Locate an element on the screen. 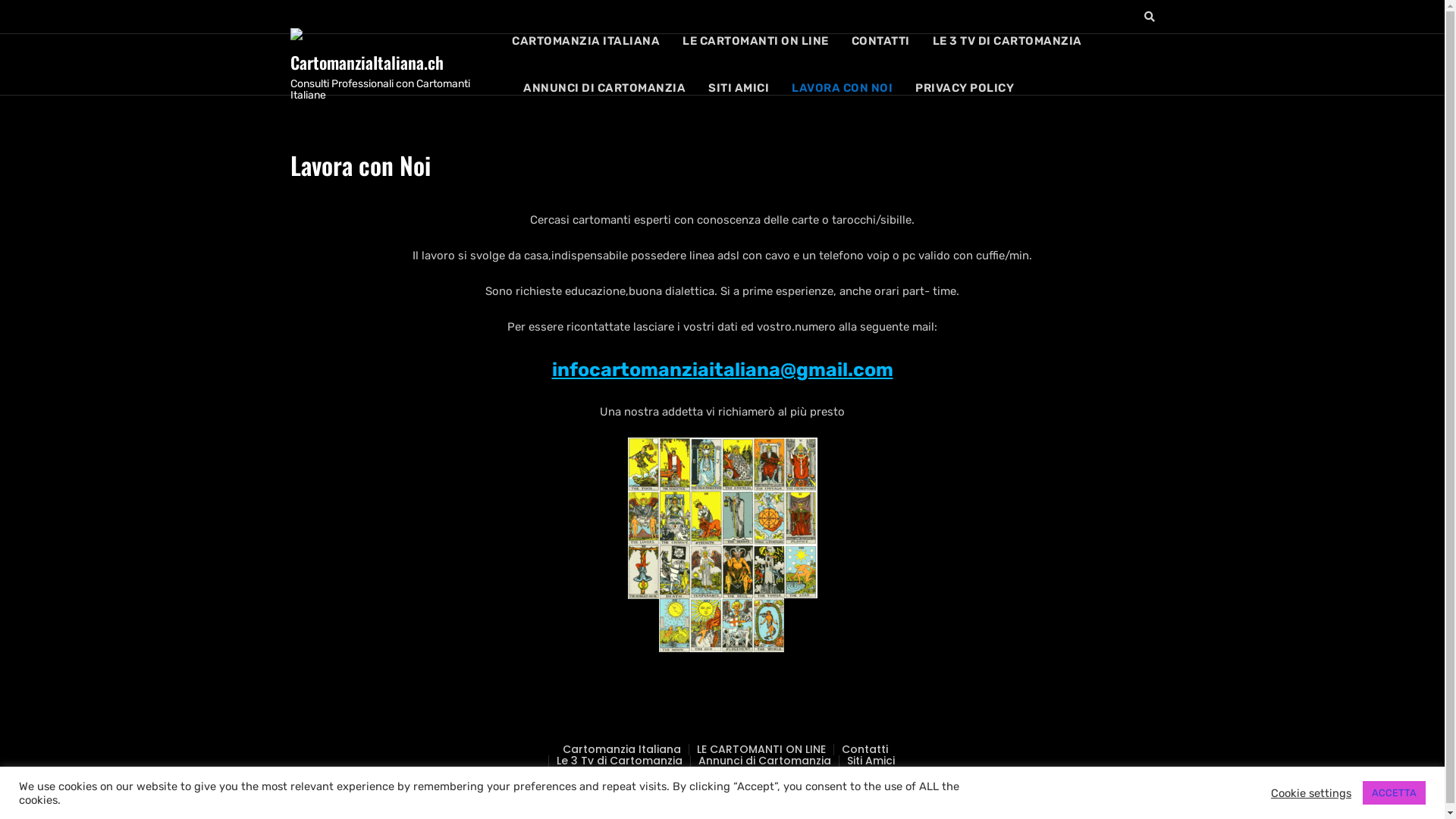 The image size is (1456, 819). 'infocartomanziaitaliana@gmail.com' is located at coordinates (722, 369).